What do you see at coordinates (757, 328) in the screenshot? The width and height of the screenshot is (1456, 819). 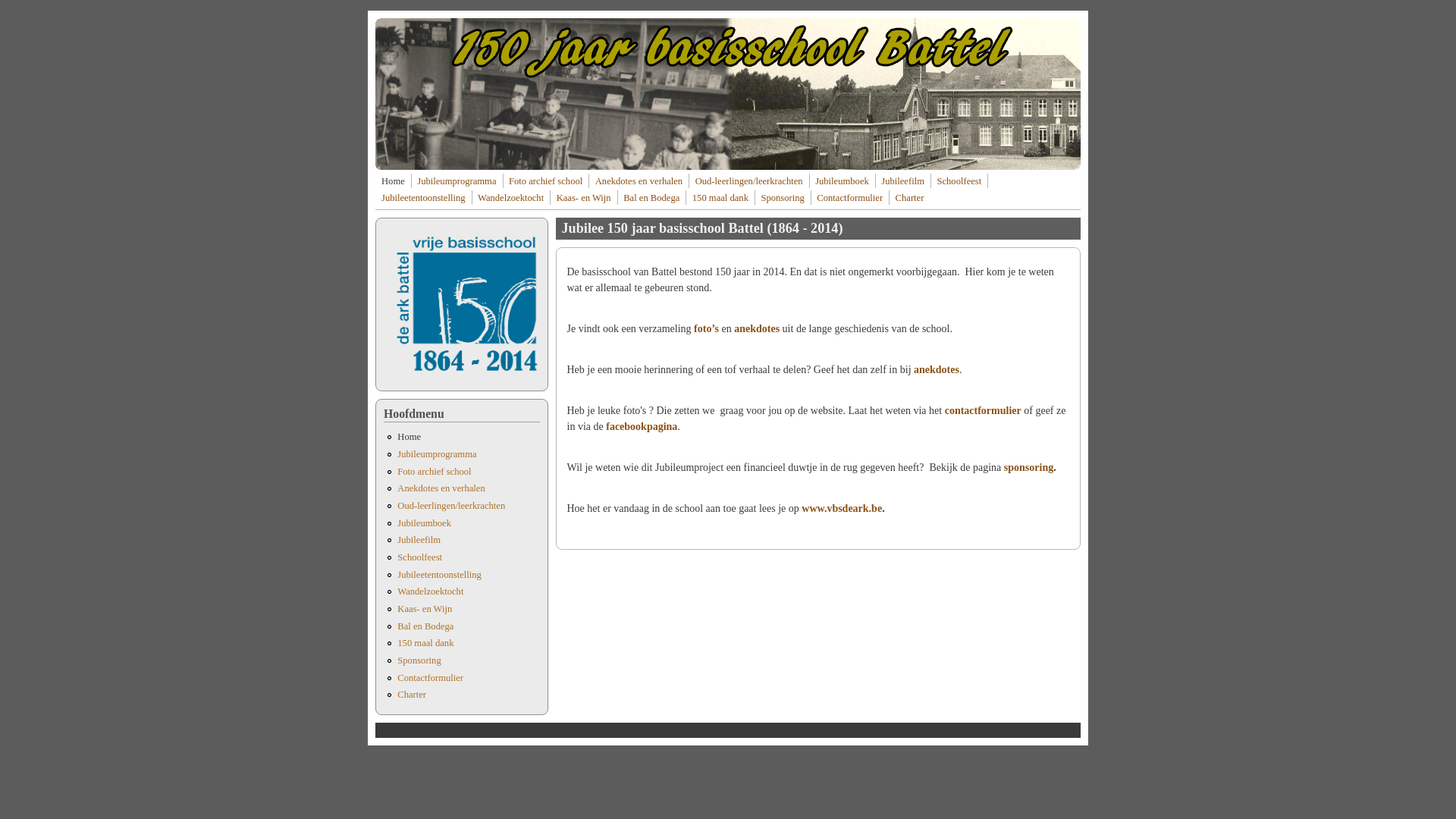 I see `'anekdotes'` at bounding box center [757, 328].